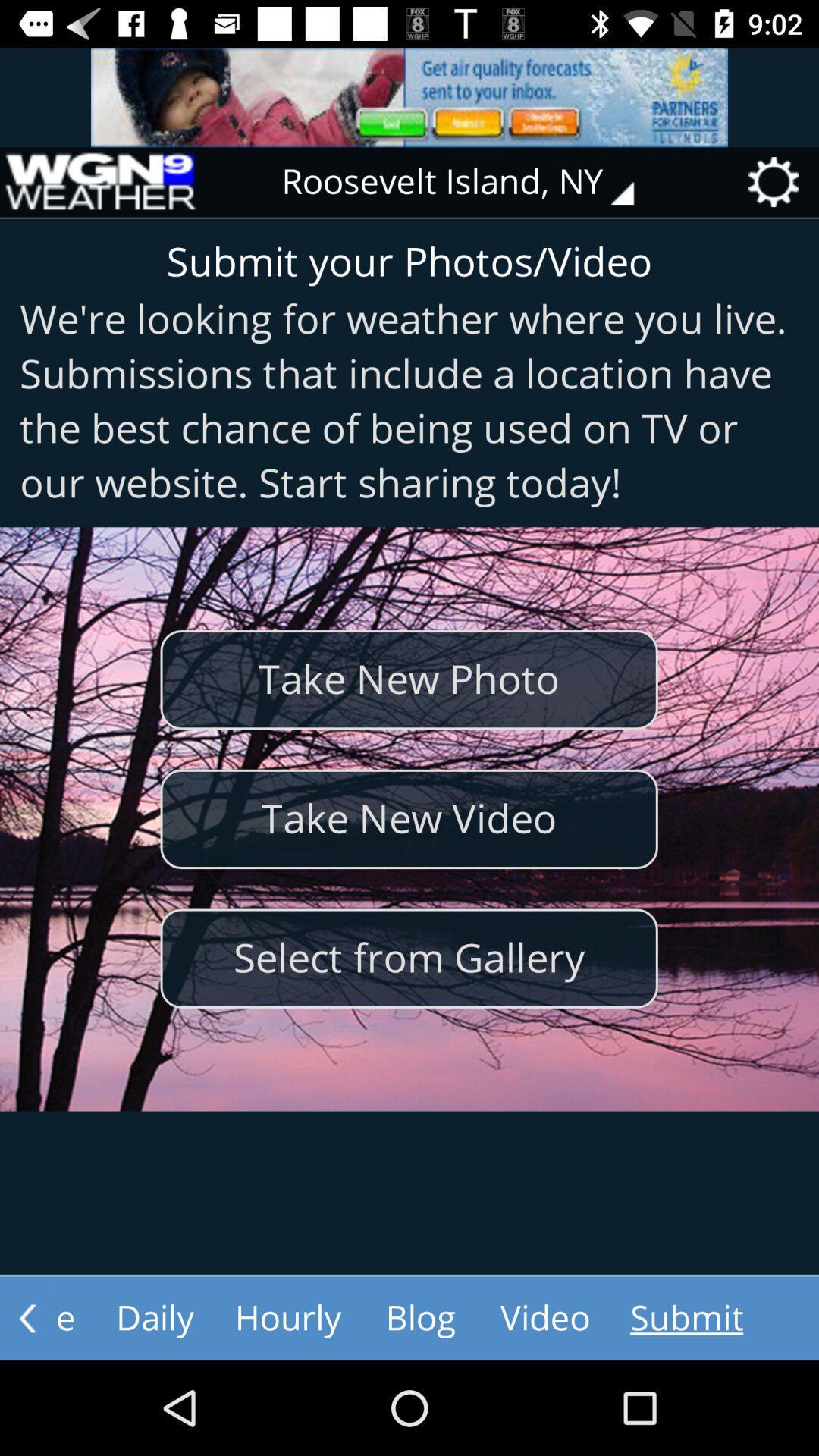 This screenshot has height=1456, width=819. Describe the element at coordinates (27, 1317) in the screenshot. I see `go back` at that location.